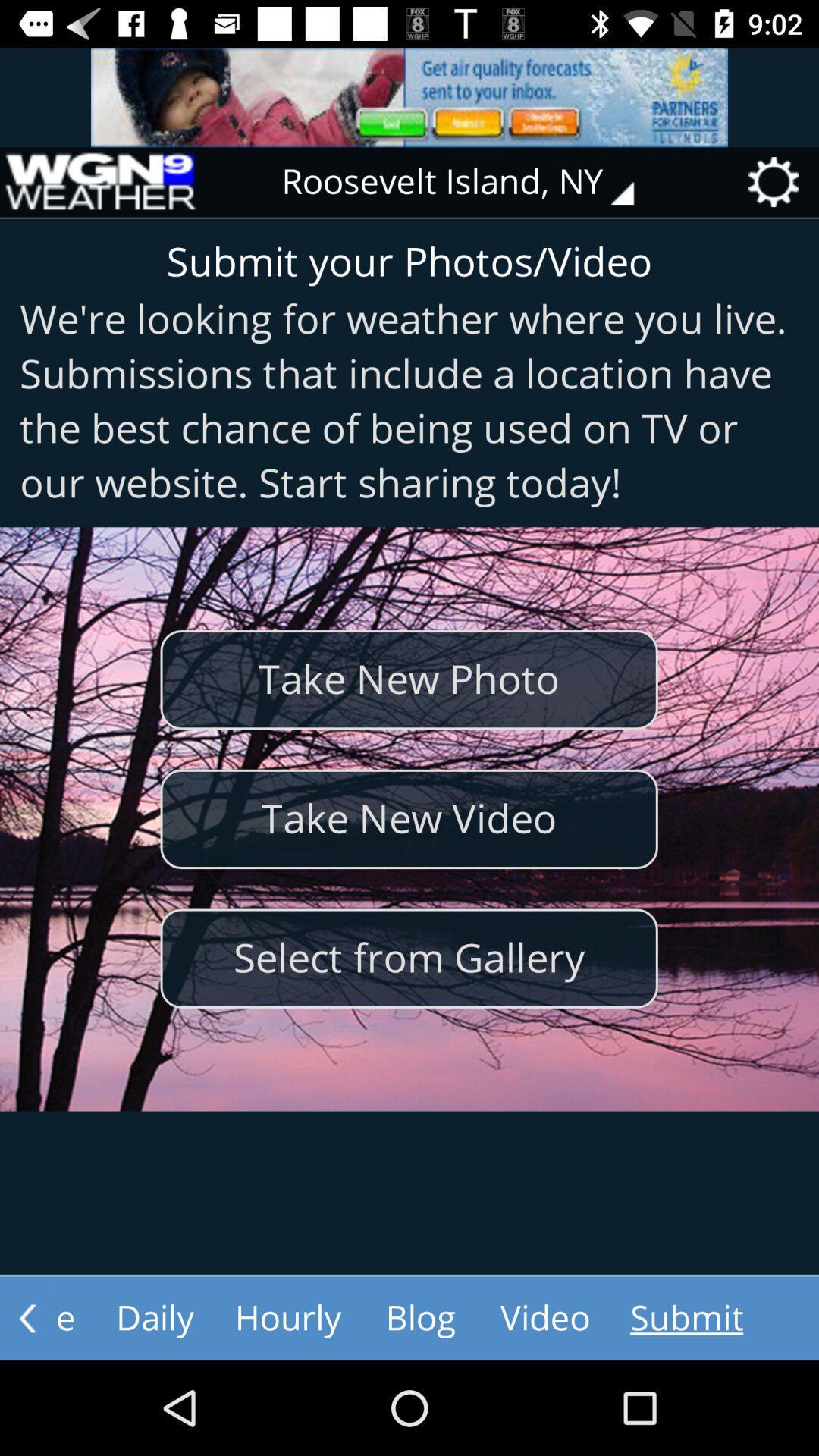 This screenshot has height=1456, width=819. Describe the element at coordinates (27, 1317) in the screenshot. I see `go back` at that location.